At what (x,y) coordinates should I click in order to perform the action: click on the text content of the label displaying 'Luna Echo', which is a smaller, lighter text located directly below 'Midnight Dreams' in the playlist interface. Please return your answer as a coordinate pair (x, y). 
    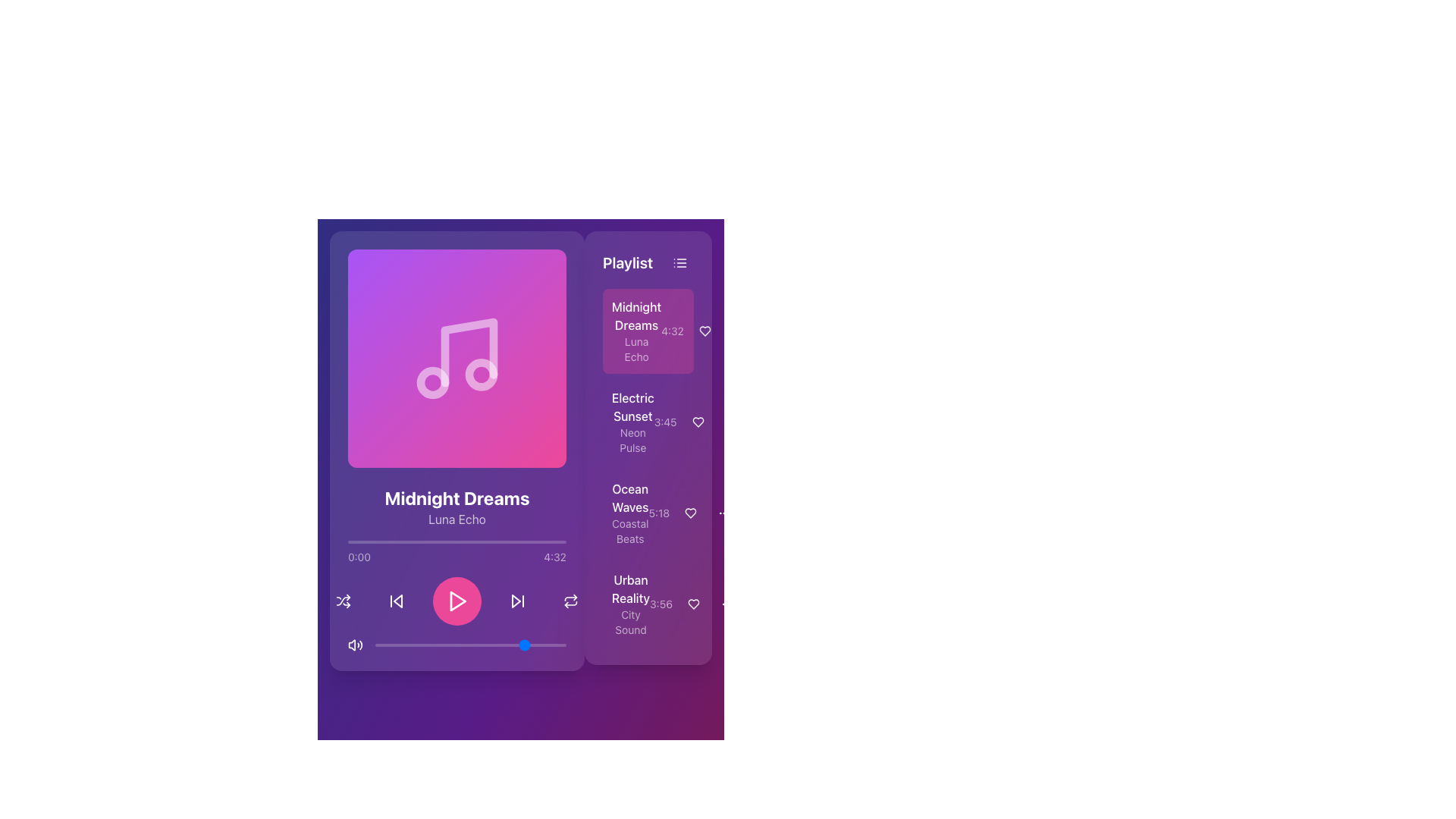
    Looking at the image, I should click on (636, 350).